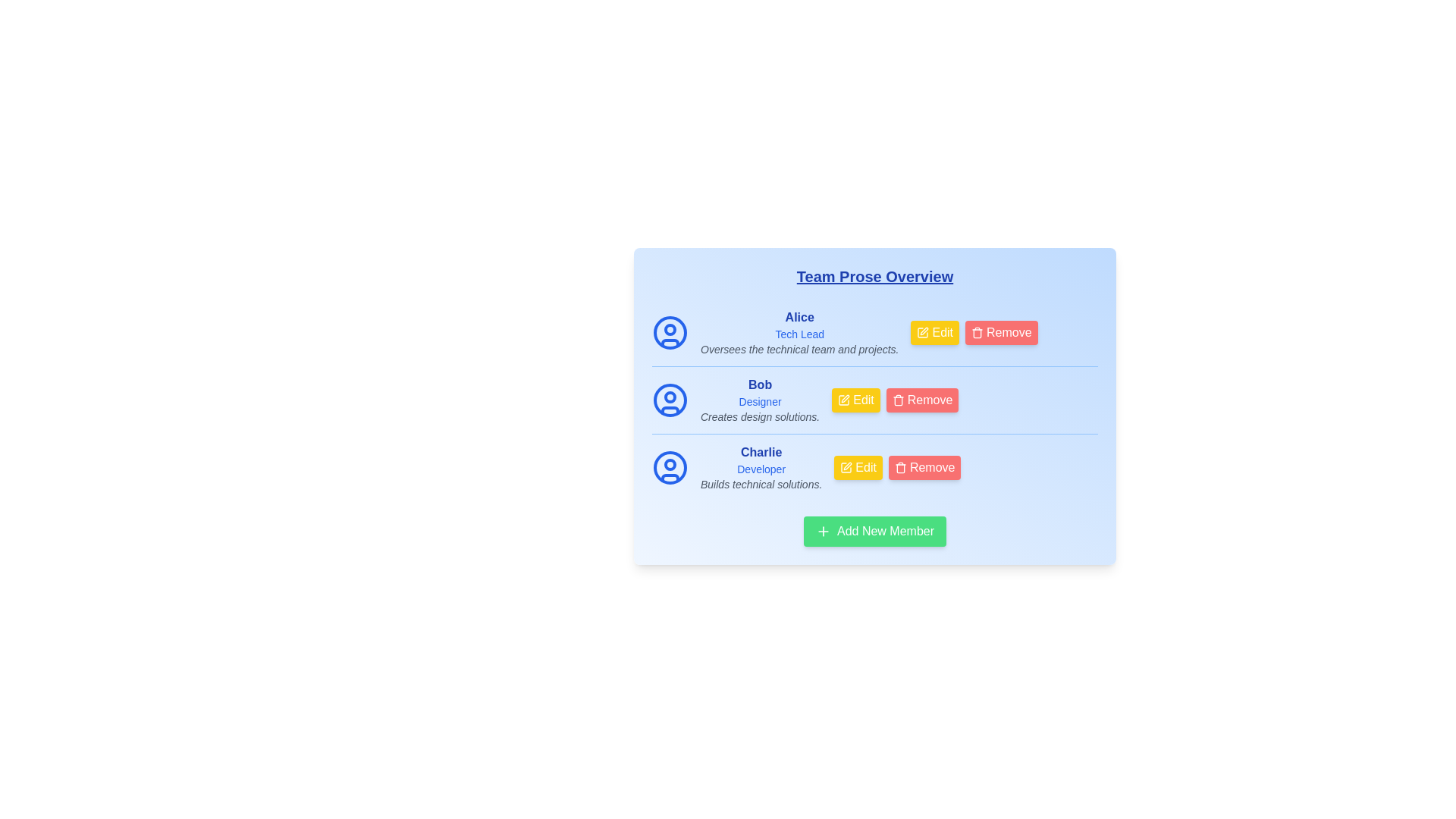 The image size is (1456, 819). I want to click on the yellow button labeled 'Edit' for the user Bob, so click(862, 400).